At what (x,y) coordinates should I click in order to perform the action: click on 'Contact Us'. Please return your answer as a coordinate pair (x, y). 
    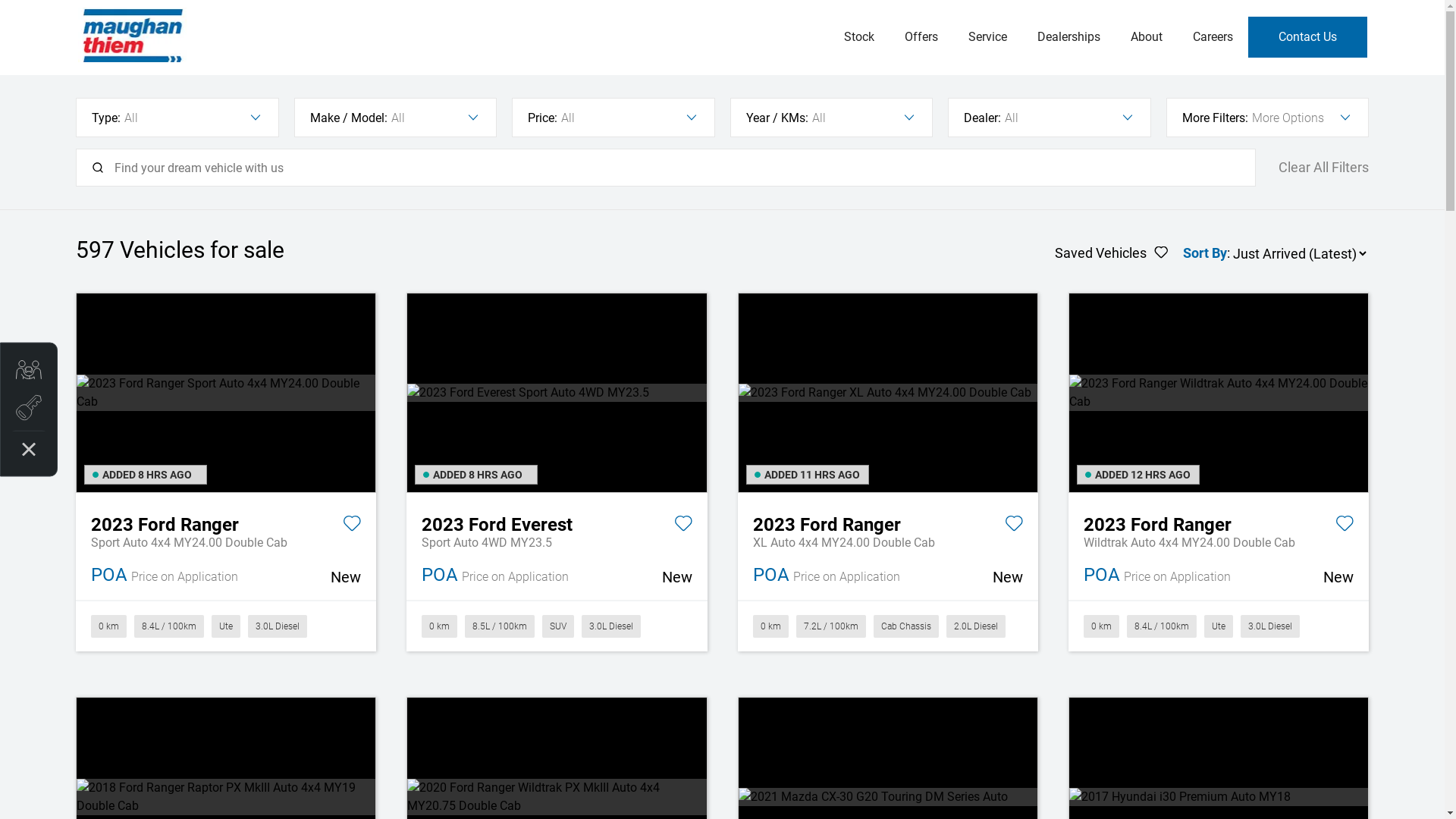
    Looking at the image, I should click on (1307, 36).